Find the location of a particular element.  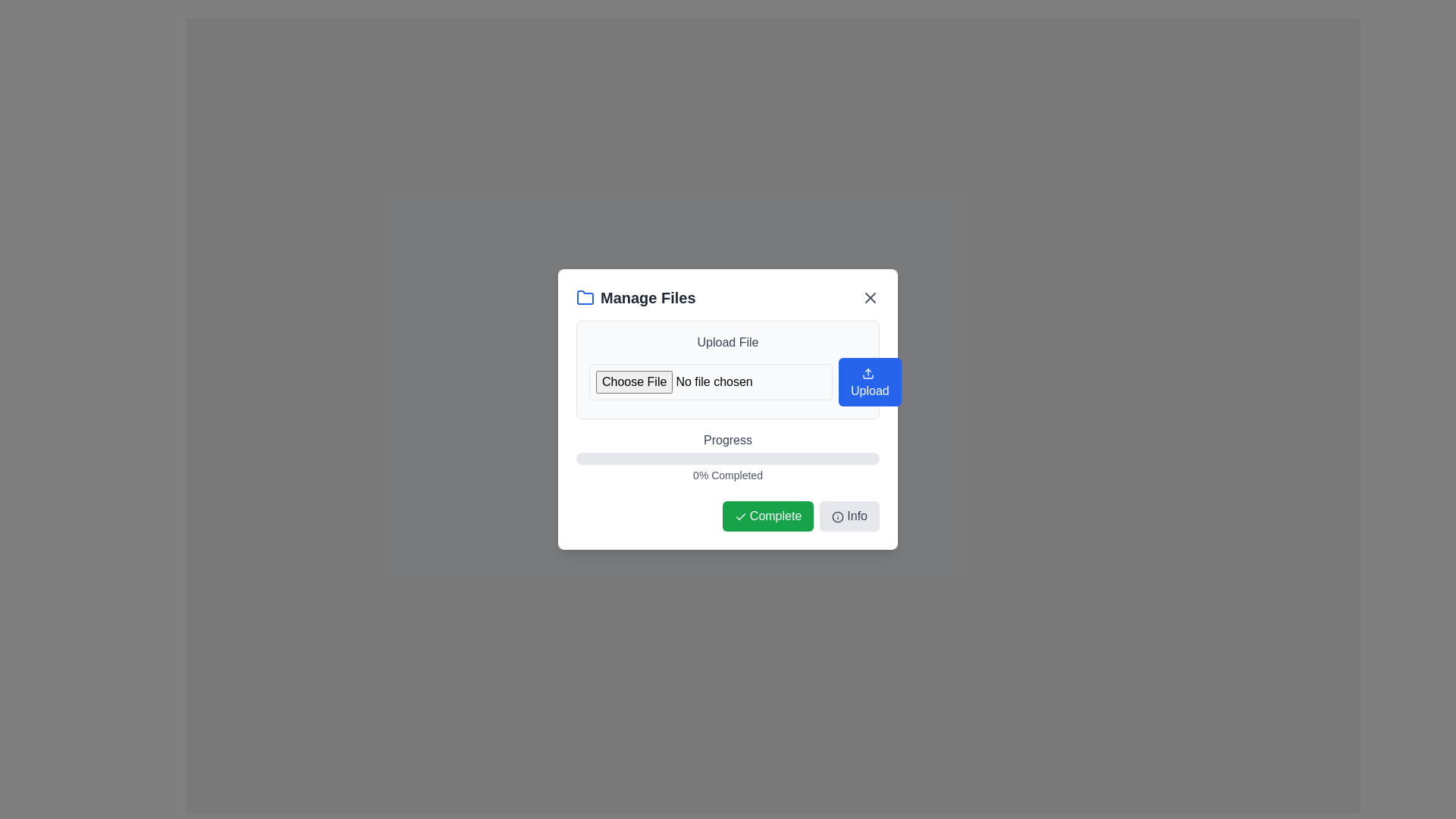

the blue folder-shaped icon located to the left of the bold text 'Manage Files' at the top-center of the modal dialog box is located at coordinates (585, 298).